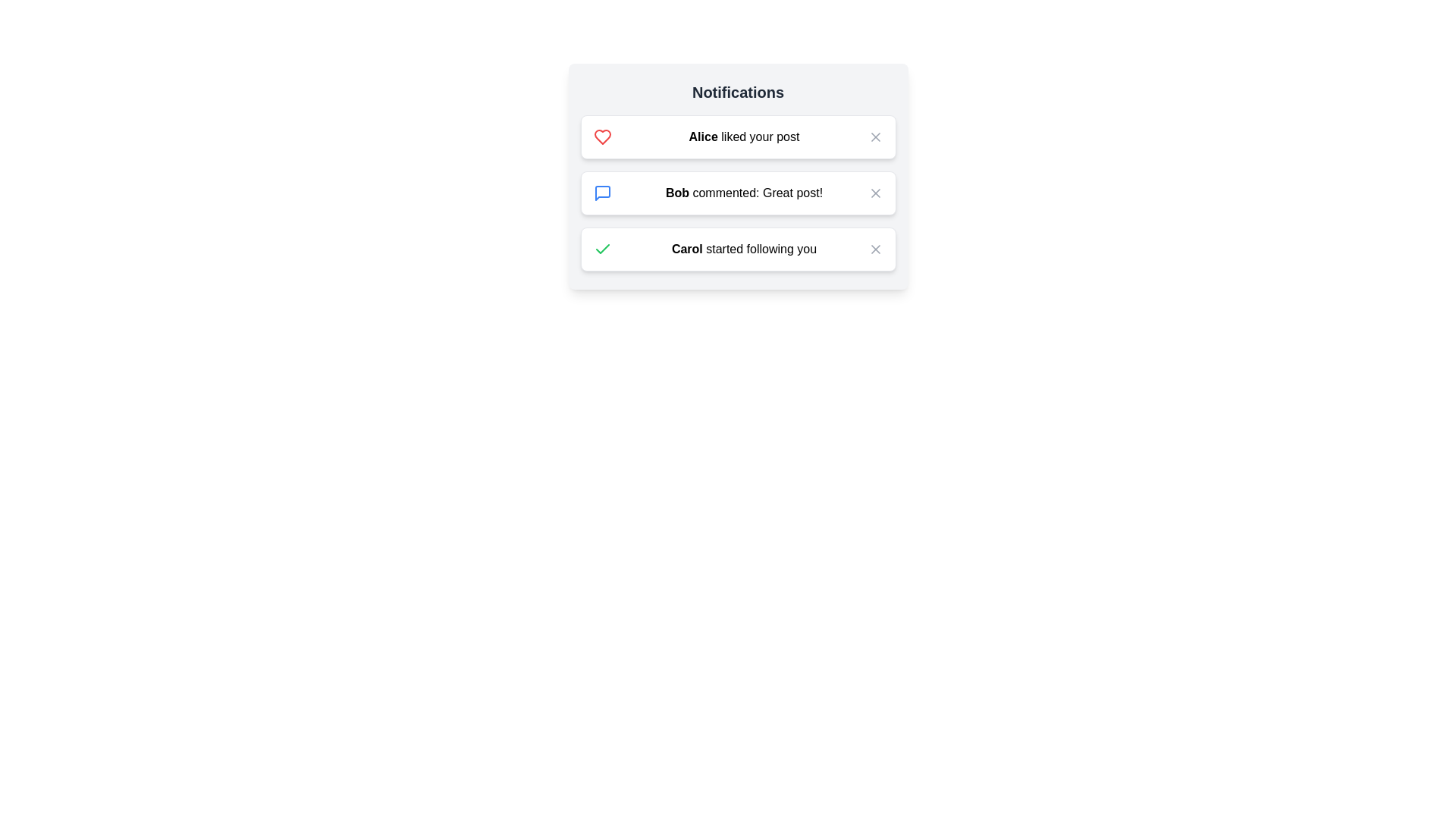  I want to click on red heart-shaped icon located next to the text 'Alice liked your post' within the notification card, so click(601, 137).